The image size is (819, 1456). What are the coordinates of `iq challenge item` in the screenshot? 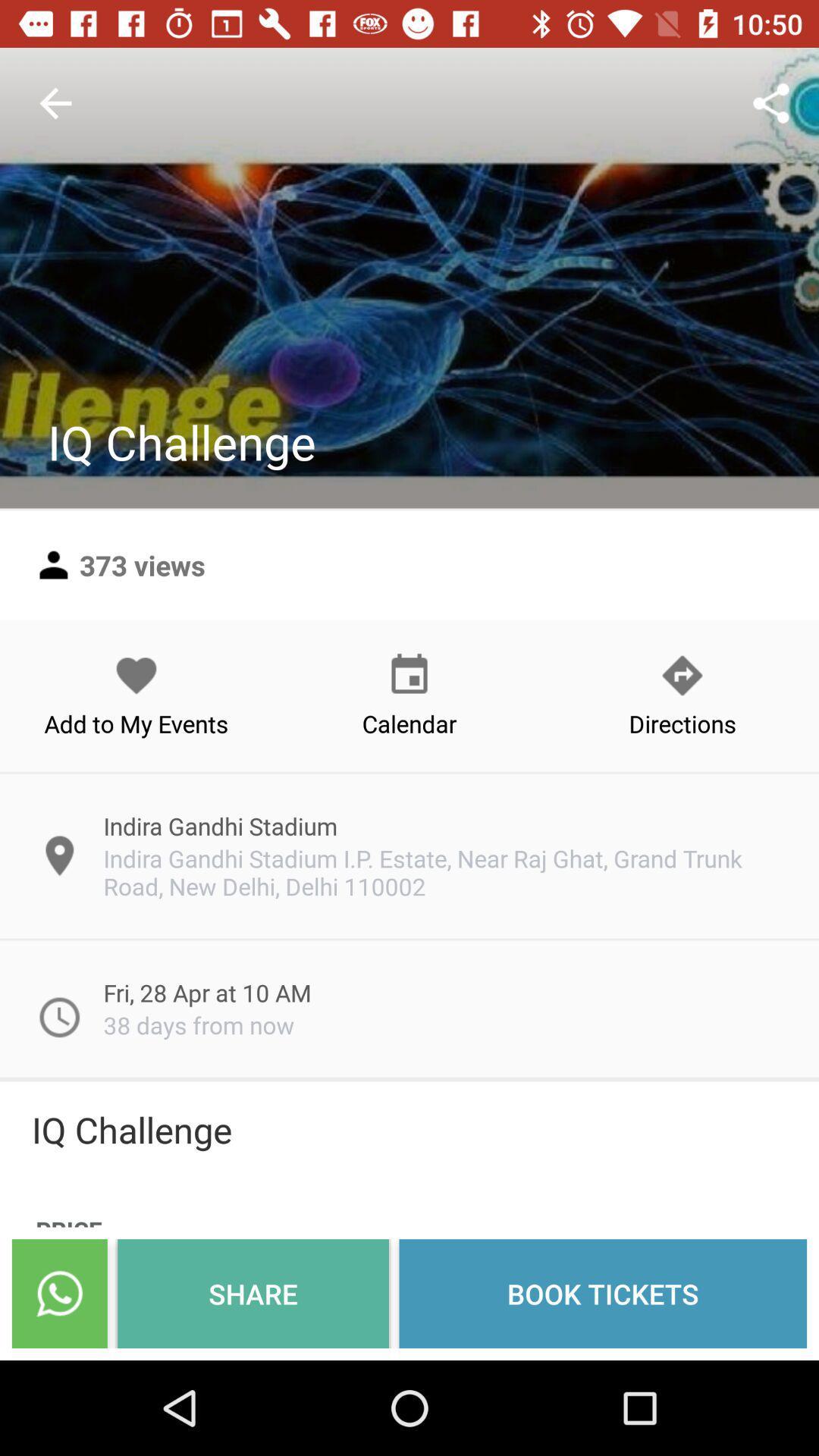 It's located at (409, 1129).